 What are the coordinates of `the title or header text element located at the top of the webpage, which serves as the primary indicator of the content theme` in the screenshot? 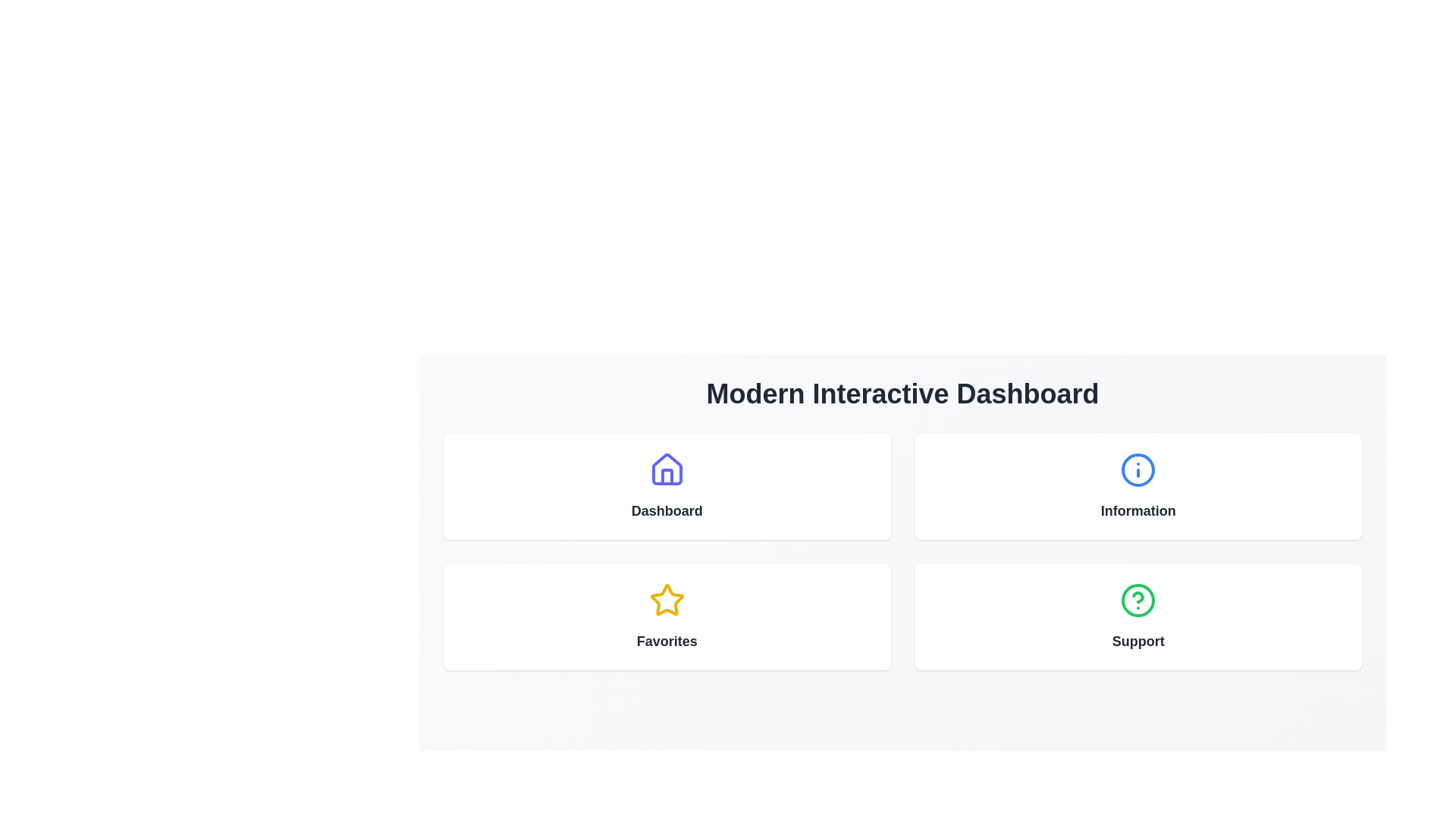 It's located at (902, 394).